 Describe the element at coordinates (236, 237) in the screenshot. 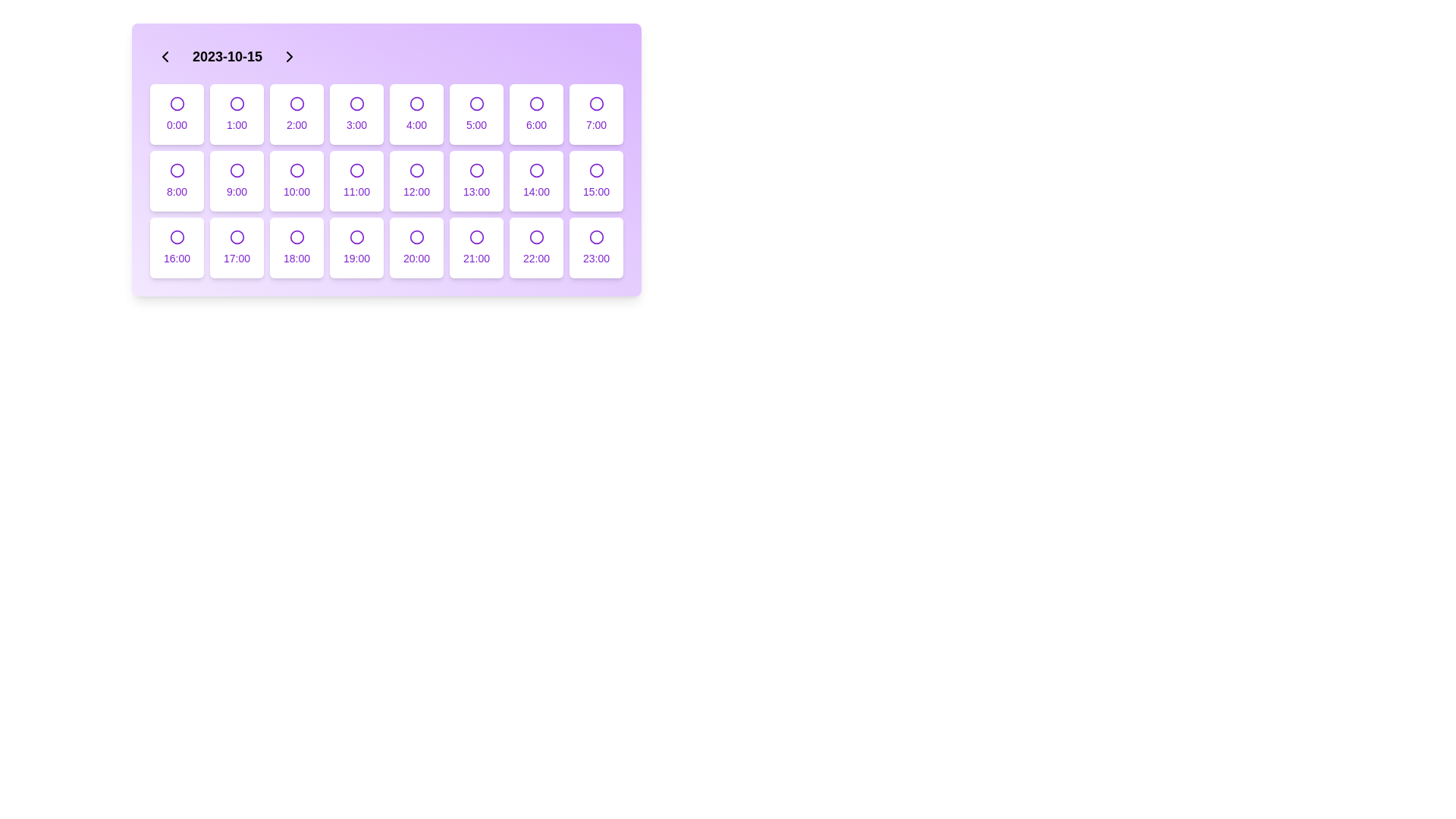

I see `the purple hollow circle located within the time slot labeled '17:00' in the calendar interface for the date 2023-10-15` at that location.